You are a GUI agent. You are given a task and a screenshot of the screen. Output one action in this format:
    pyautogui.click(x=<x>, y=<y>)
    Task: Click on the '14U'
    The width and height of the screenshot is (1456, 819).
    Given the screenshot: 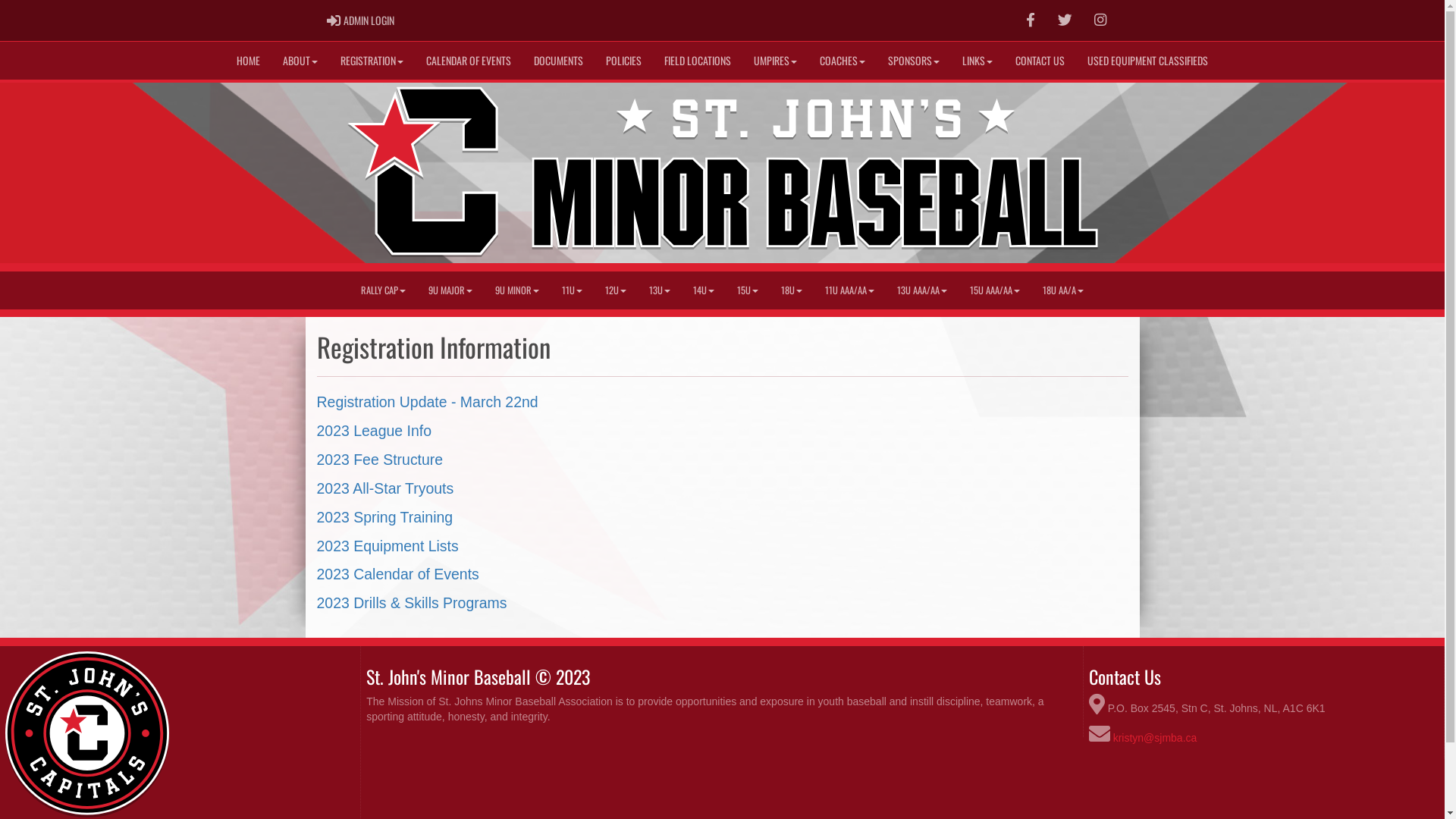 What is the action you would take?
    pyautogui.click(x=702, y=290)
    